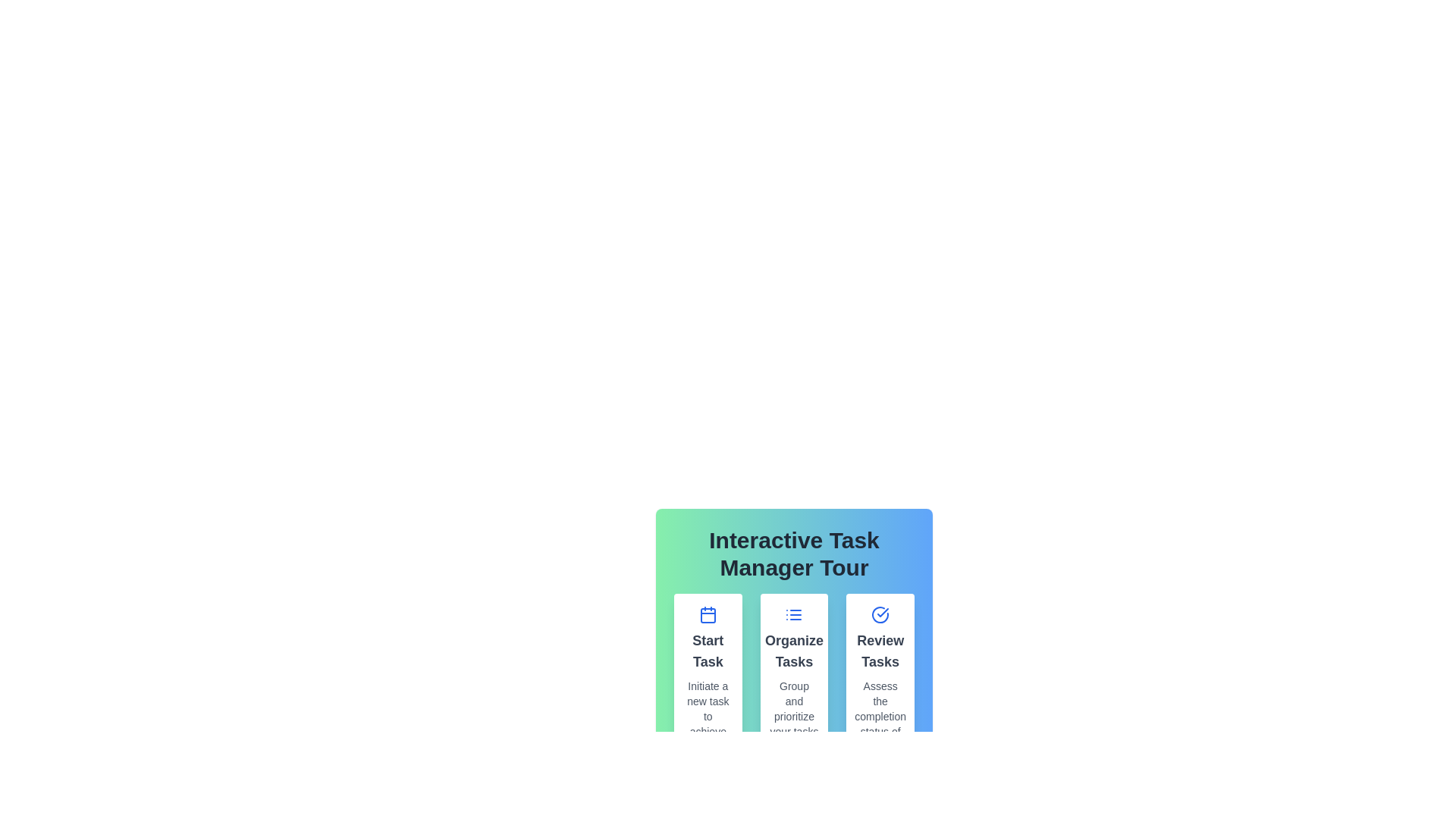 The image size is (1456, 819). What do you see at coordinates (880, 651) in the screenshot?
I see `the 'Review Tasks' text label` at bounding box center [880, 651].